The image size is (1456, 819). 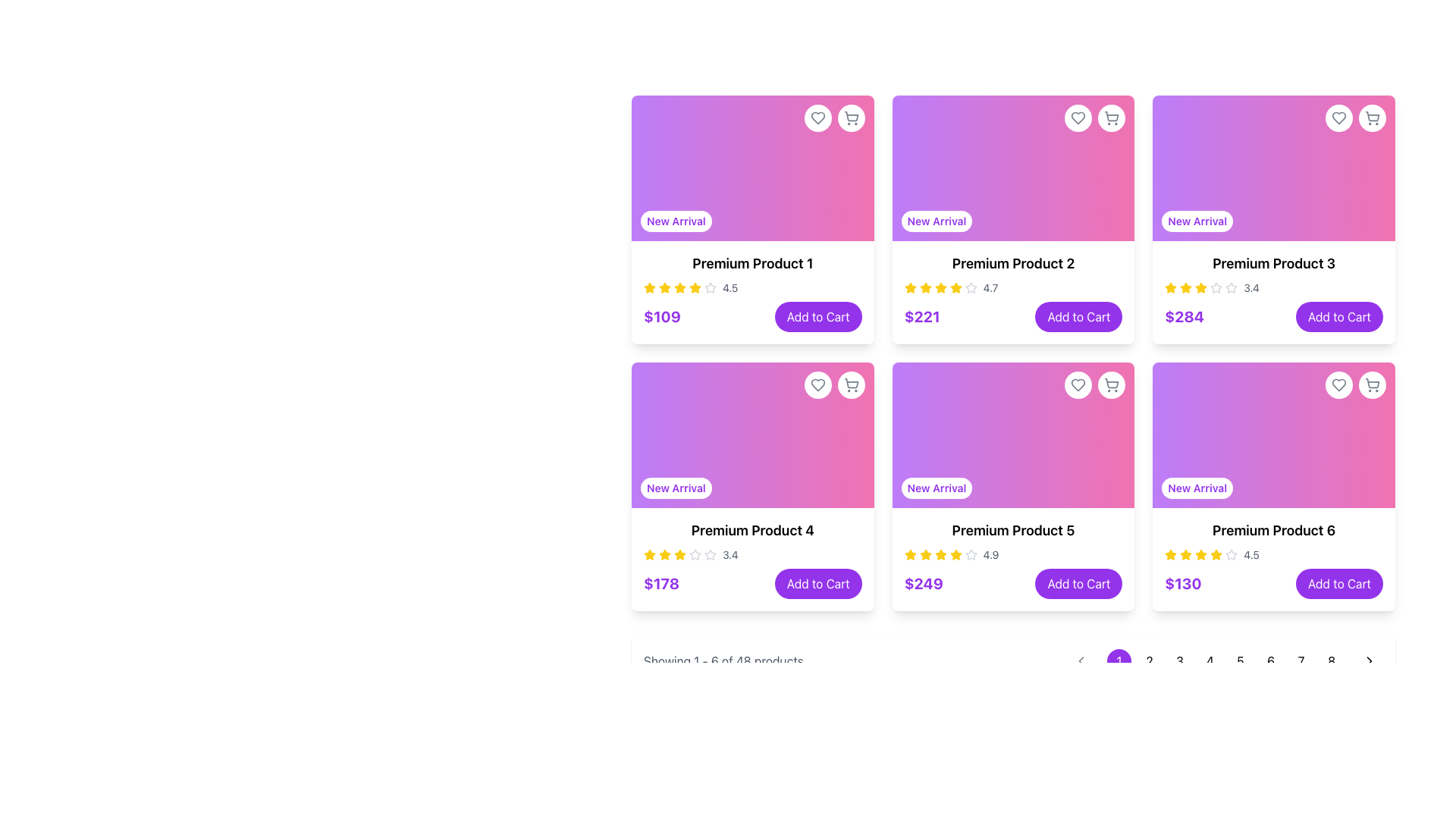 What do you see at coordinates (1013, 262) in the screenshot?
I see `the 'Premium Product 2' text label` at bounding box center [1013, 262].